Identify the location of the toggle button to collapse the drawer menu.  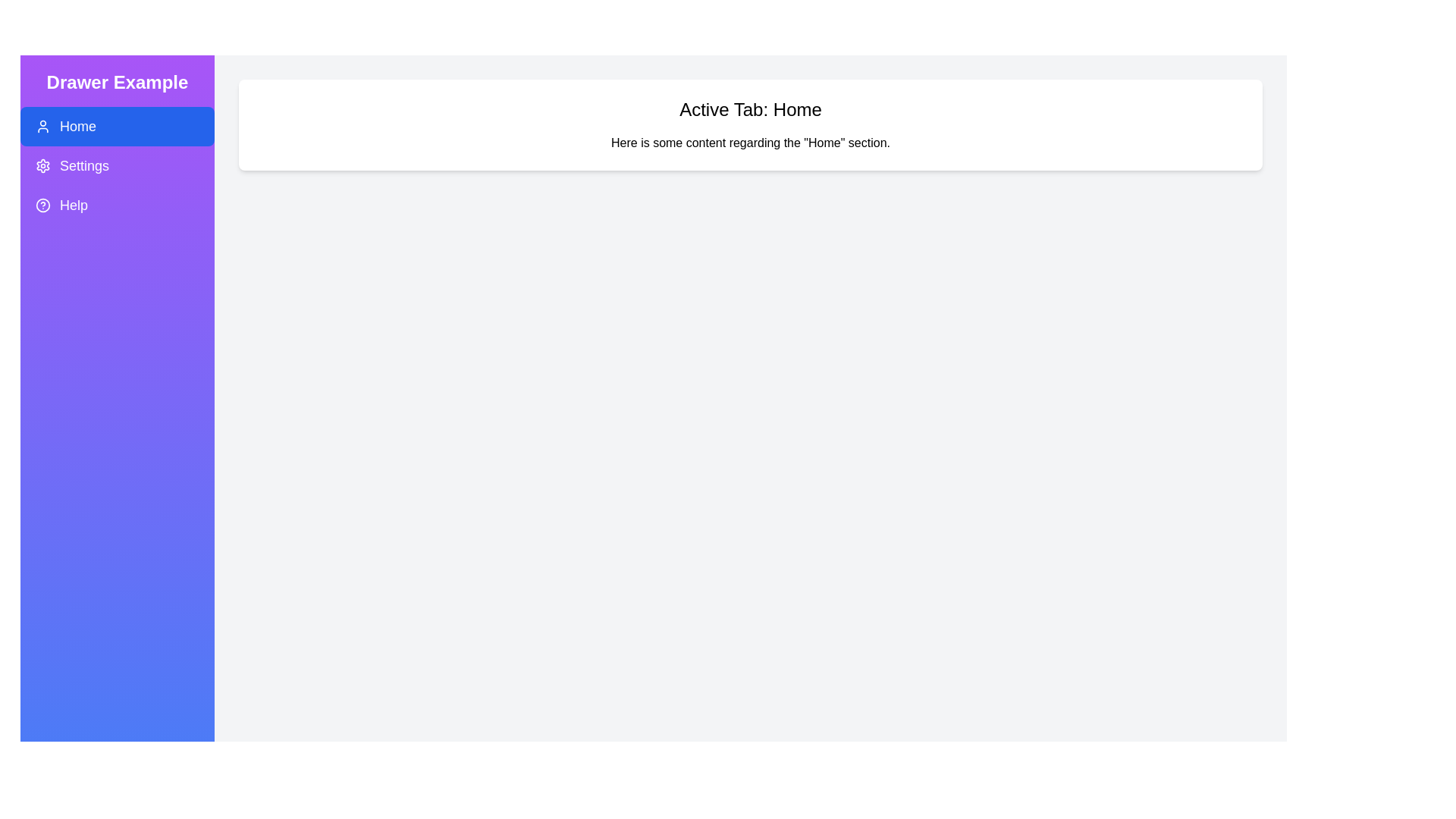
(37, 37).